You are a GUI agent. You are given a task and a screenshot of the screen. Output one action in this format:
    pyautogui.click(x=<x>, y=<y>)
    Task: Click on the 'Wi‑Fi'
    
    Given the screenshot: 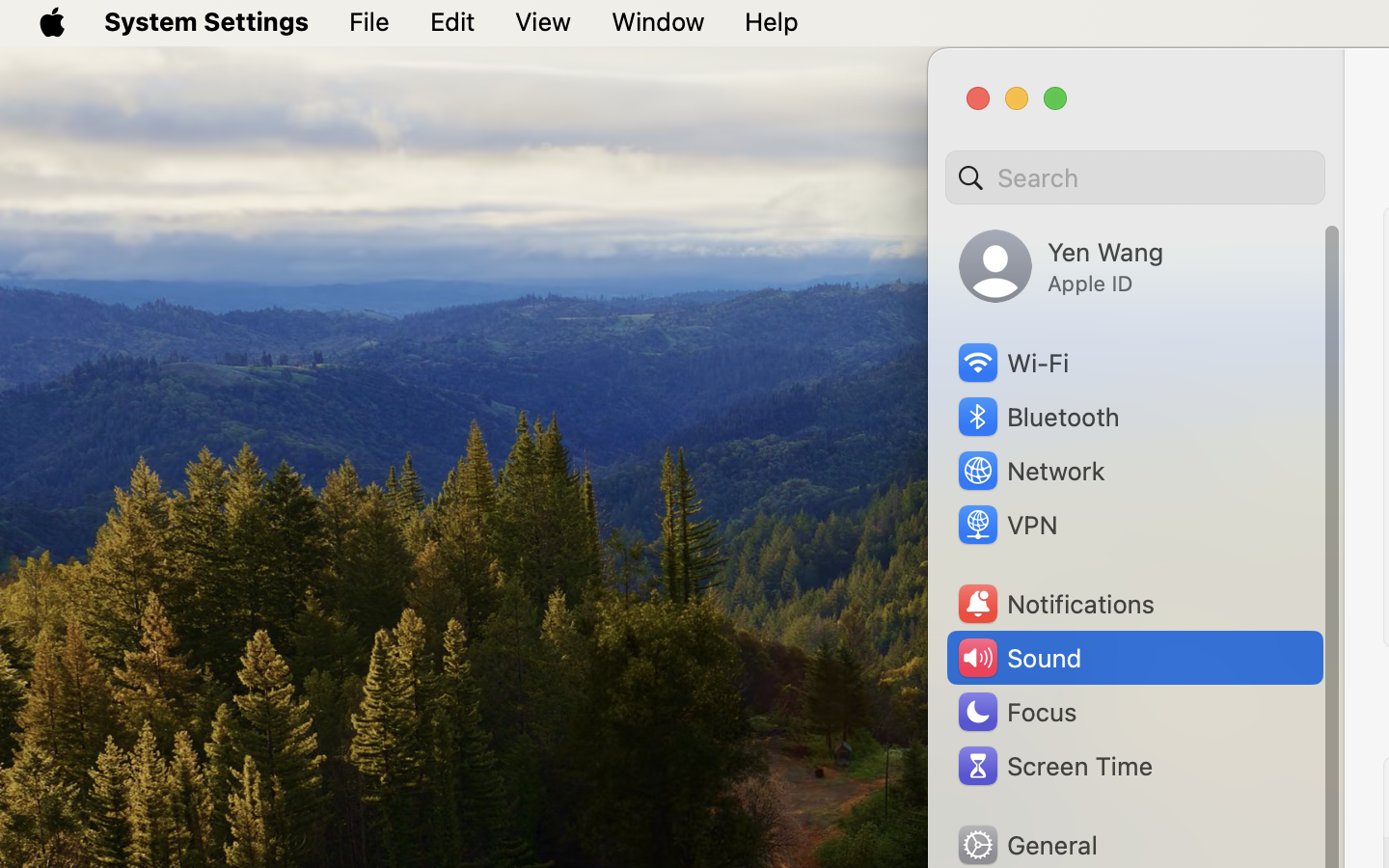 What is the action you would take?
    pyautogui.click(x=1012, y=363)
    